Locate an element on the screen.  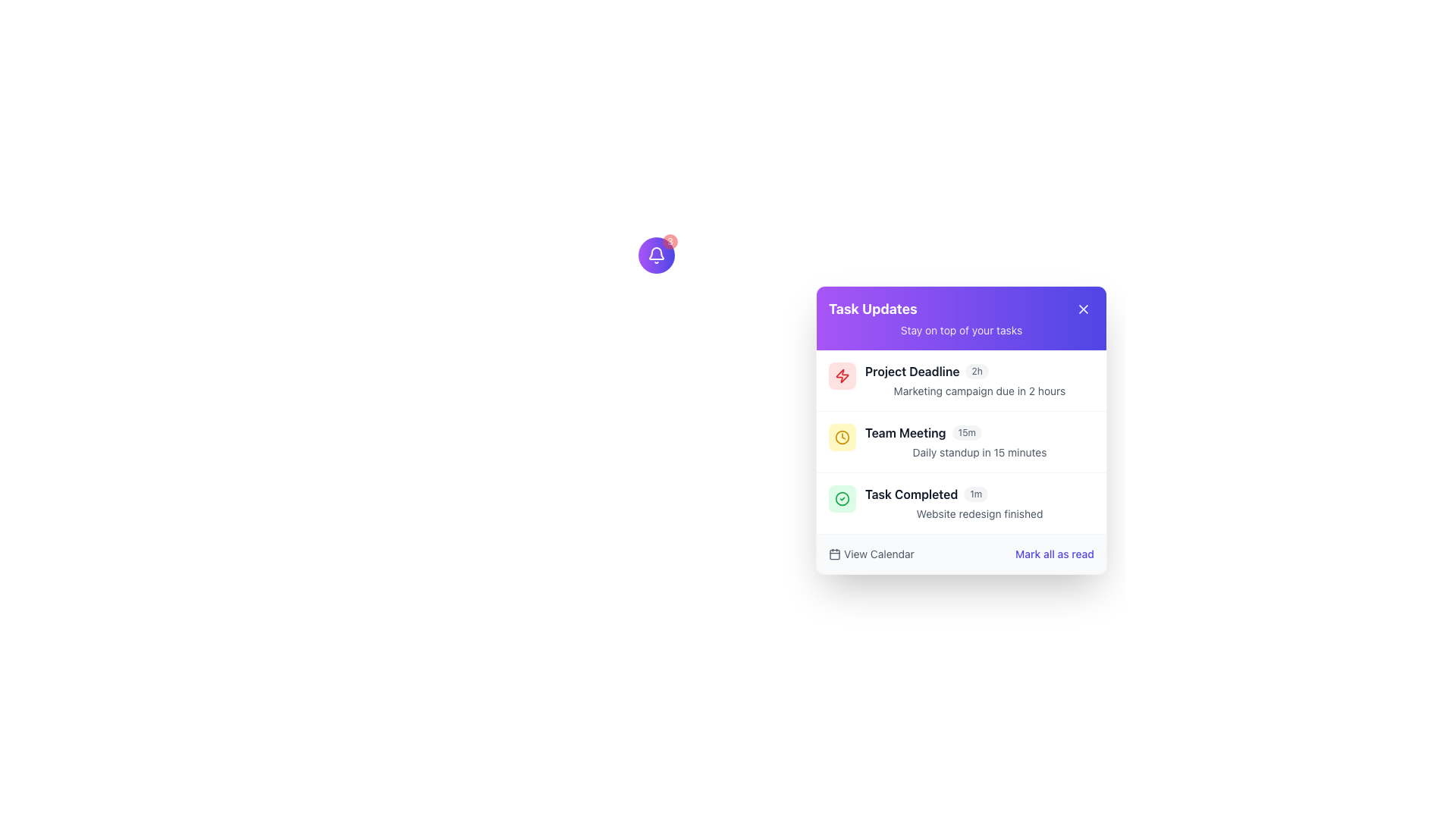
the label indicating the duration is located at coordinates (966, 432).